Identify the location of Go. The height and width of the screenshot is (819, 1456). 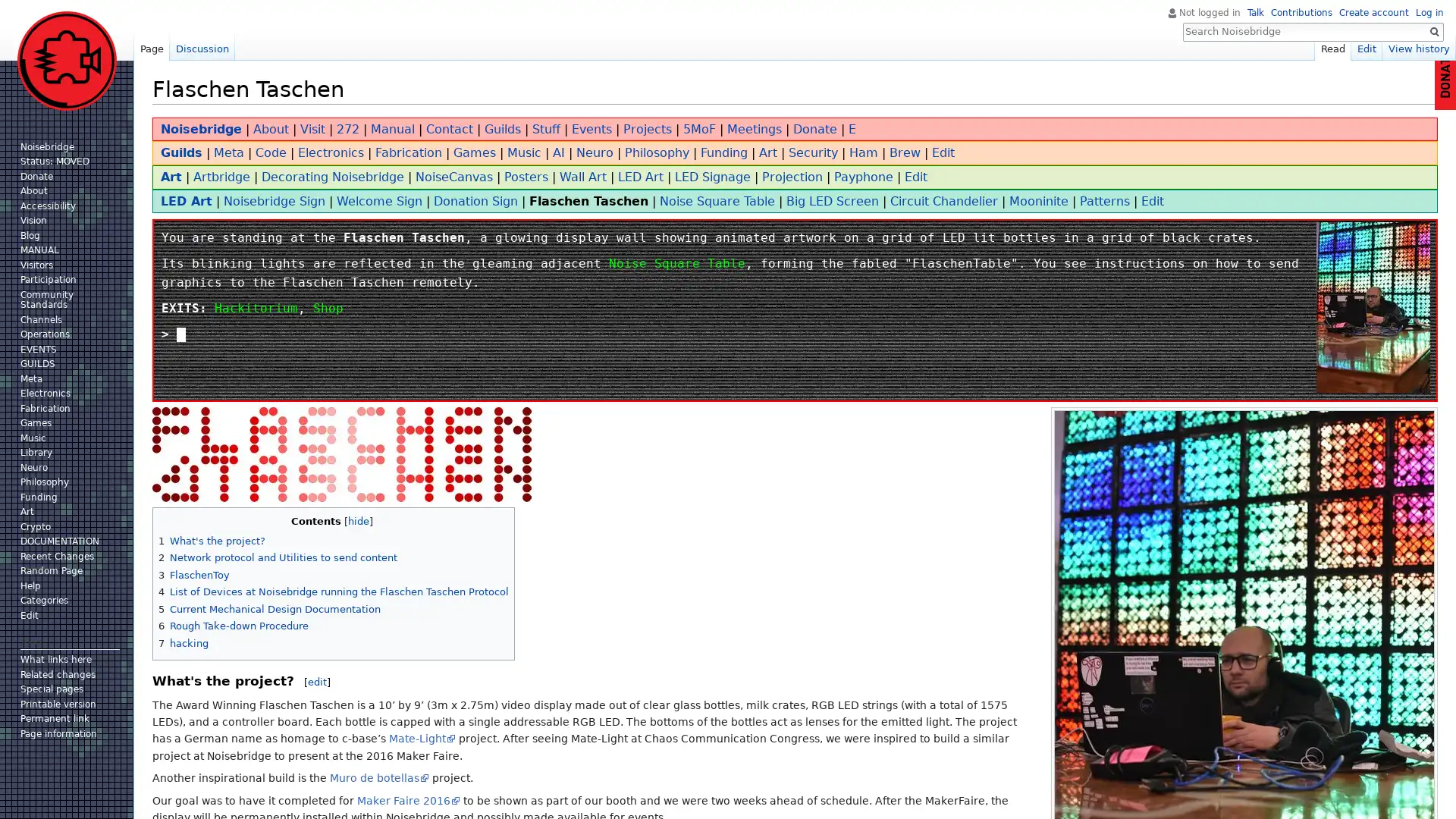
(1433, 32).